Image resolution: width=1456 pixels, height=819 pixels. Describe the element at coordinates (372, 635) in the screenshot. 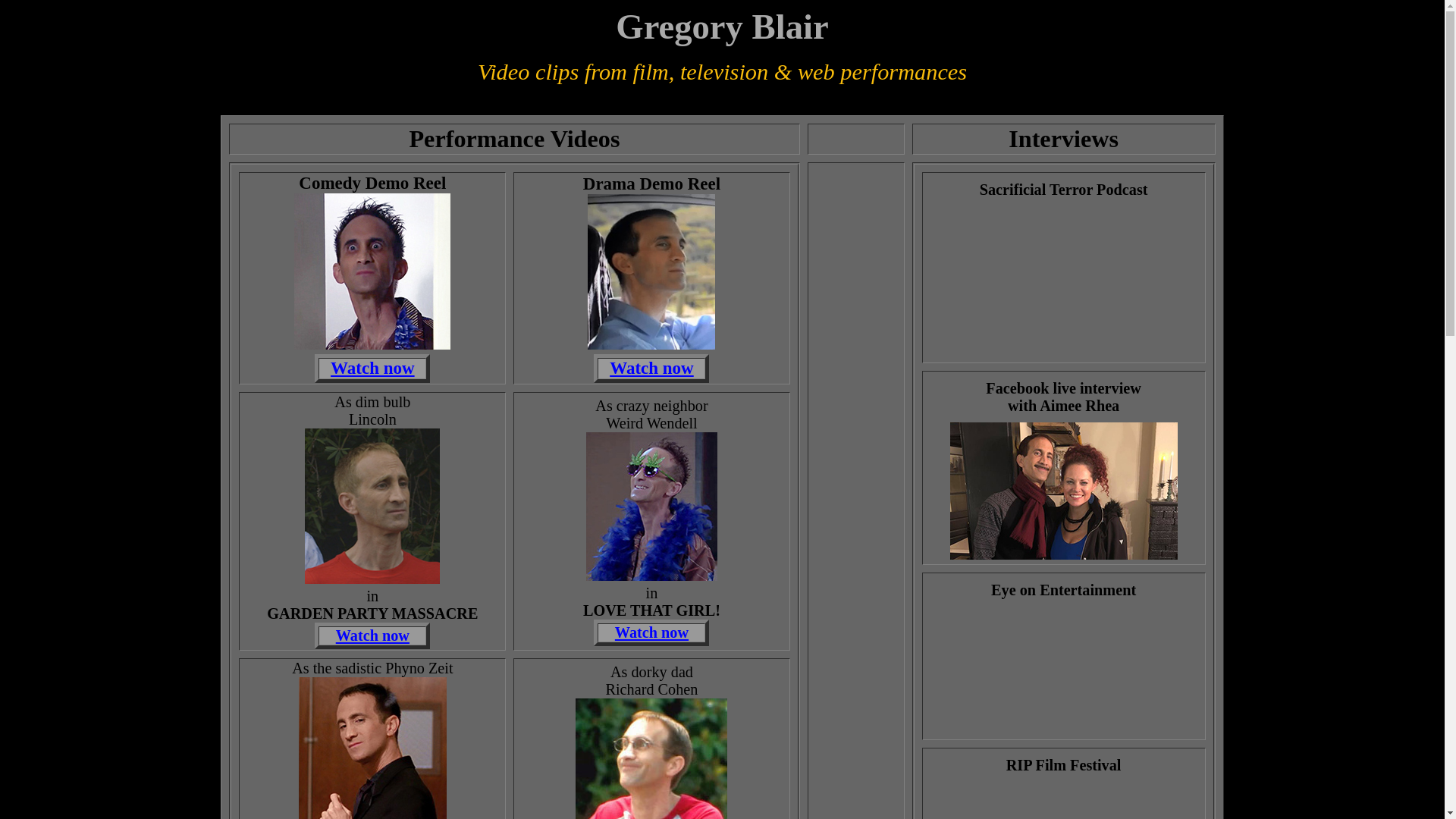

I see `'Watch now'` at that location.